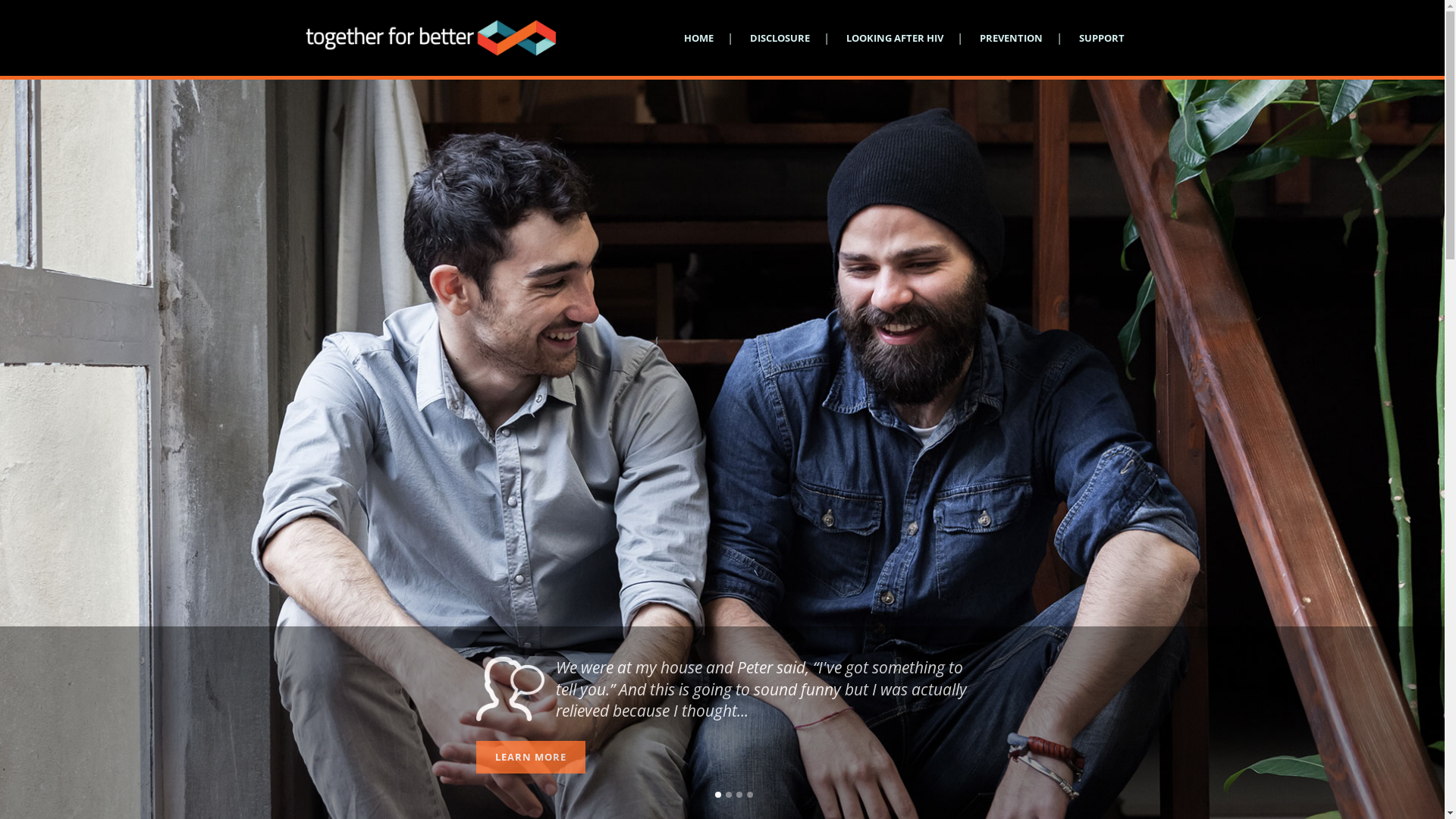  What do you see at coordinates (779, 37) in the screenshot?
I see `'DISCLOSURE'` at bounding box center [779, 37].